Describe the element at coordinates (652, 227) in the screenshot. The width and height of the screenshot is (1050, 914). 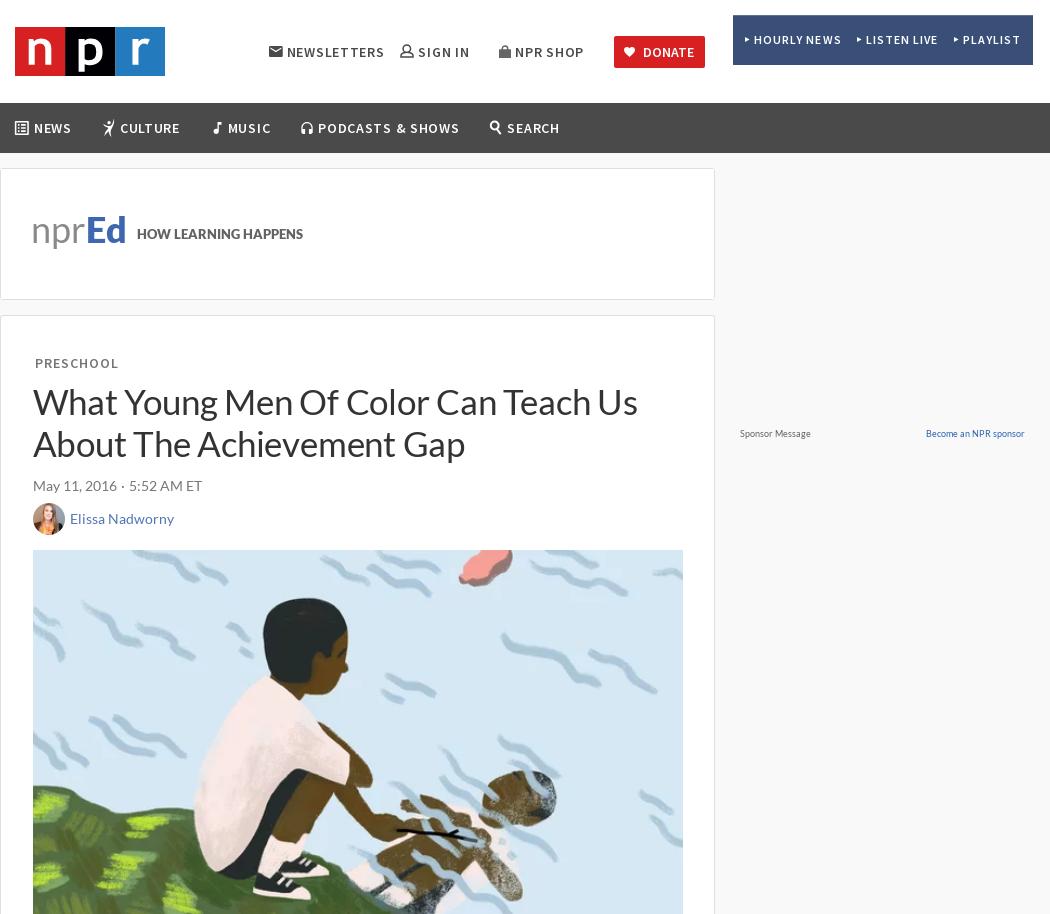
I see `'TED Radio Hour'` at that location.